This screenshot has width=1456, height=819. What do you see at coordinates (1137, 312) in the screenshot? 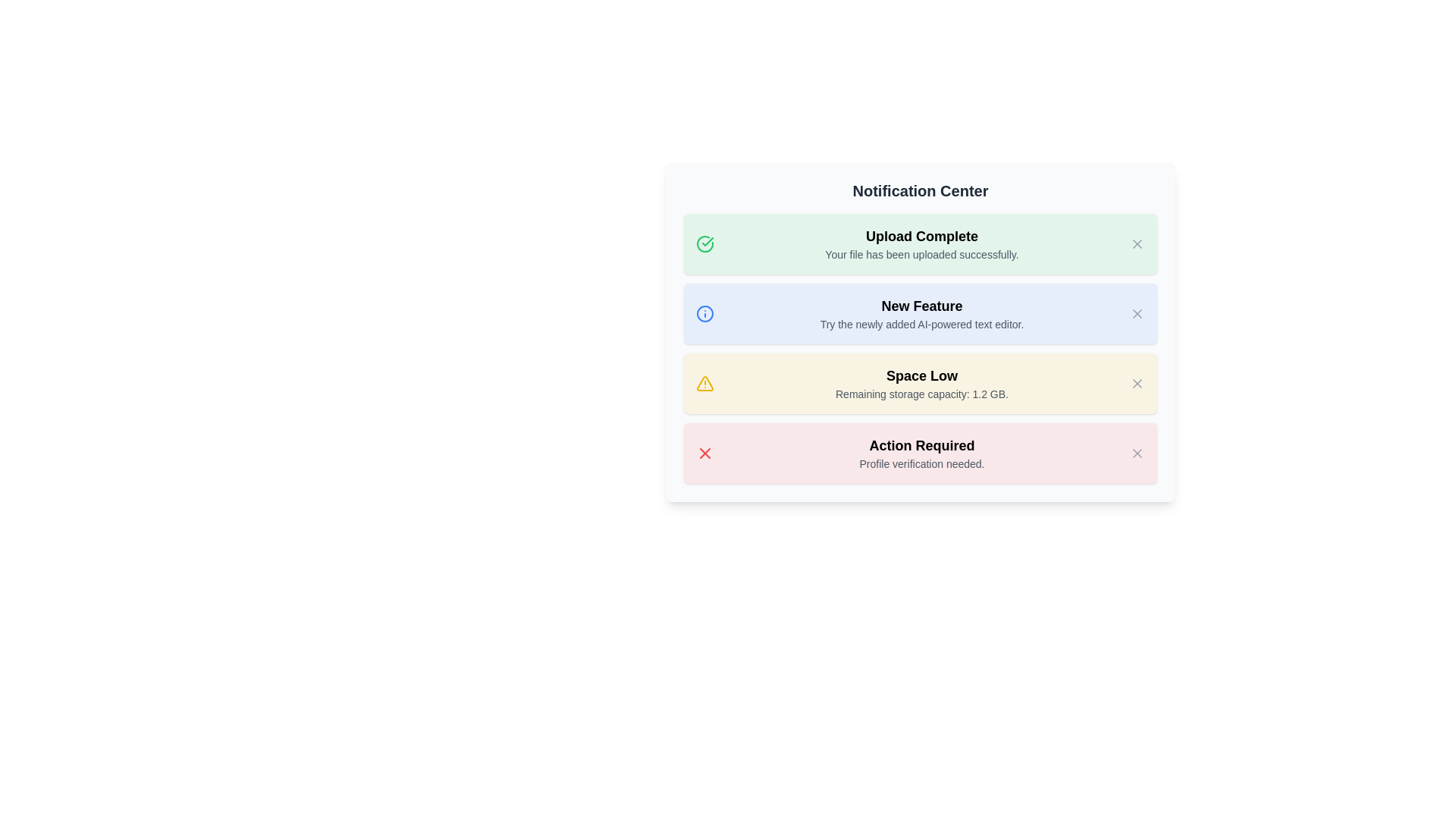
I see `the cross icon` at bounding box center [1137, 312].